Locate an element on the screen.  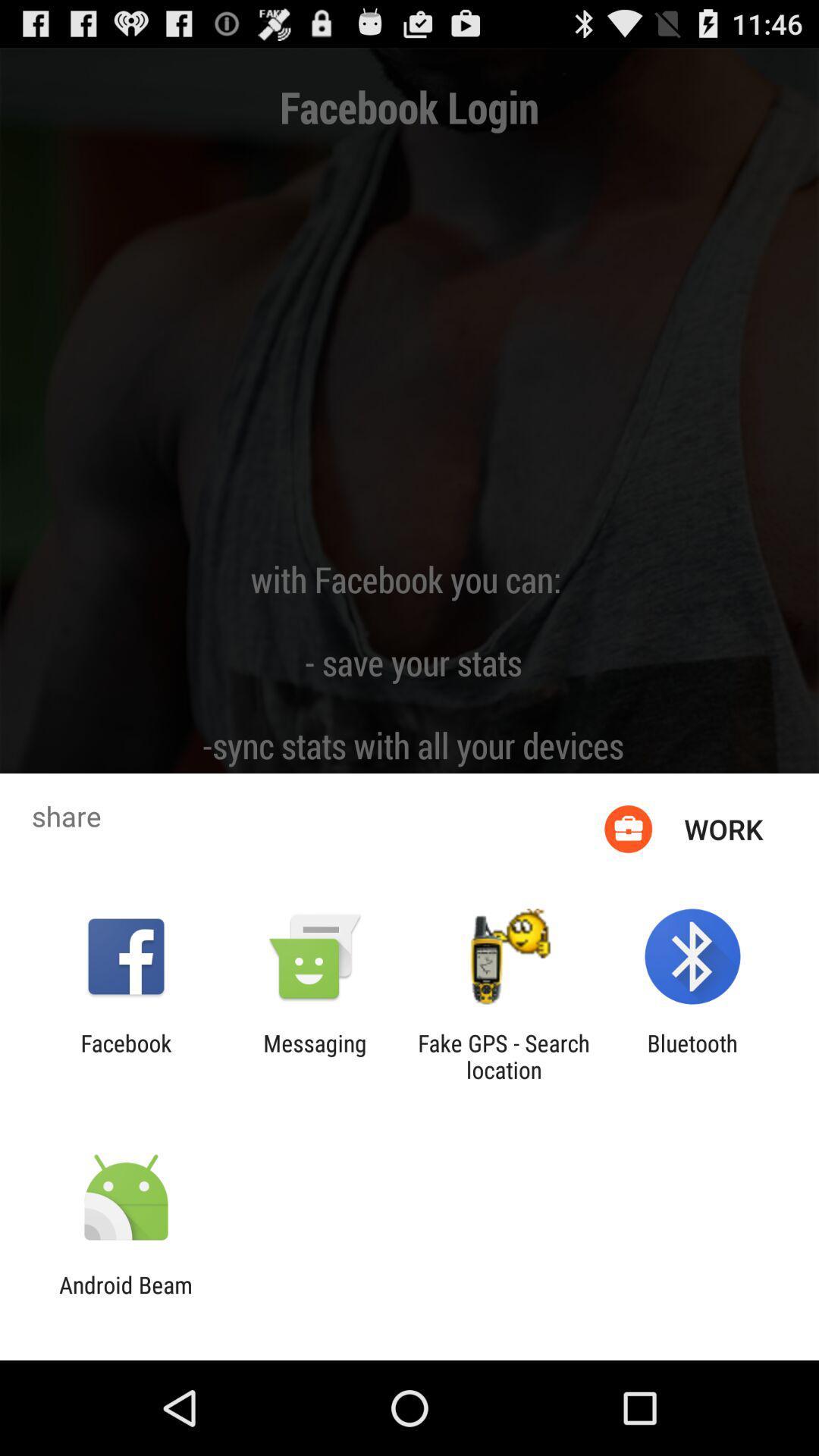
the fake gps search is located at coordinates (504, 1056).